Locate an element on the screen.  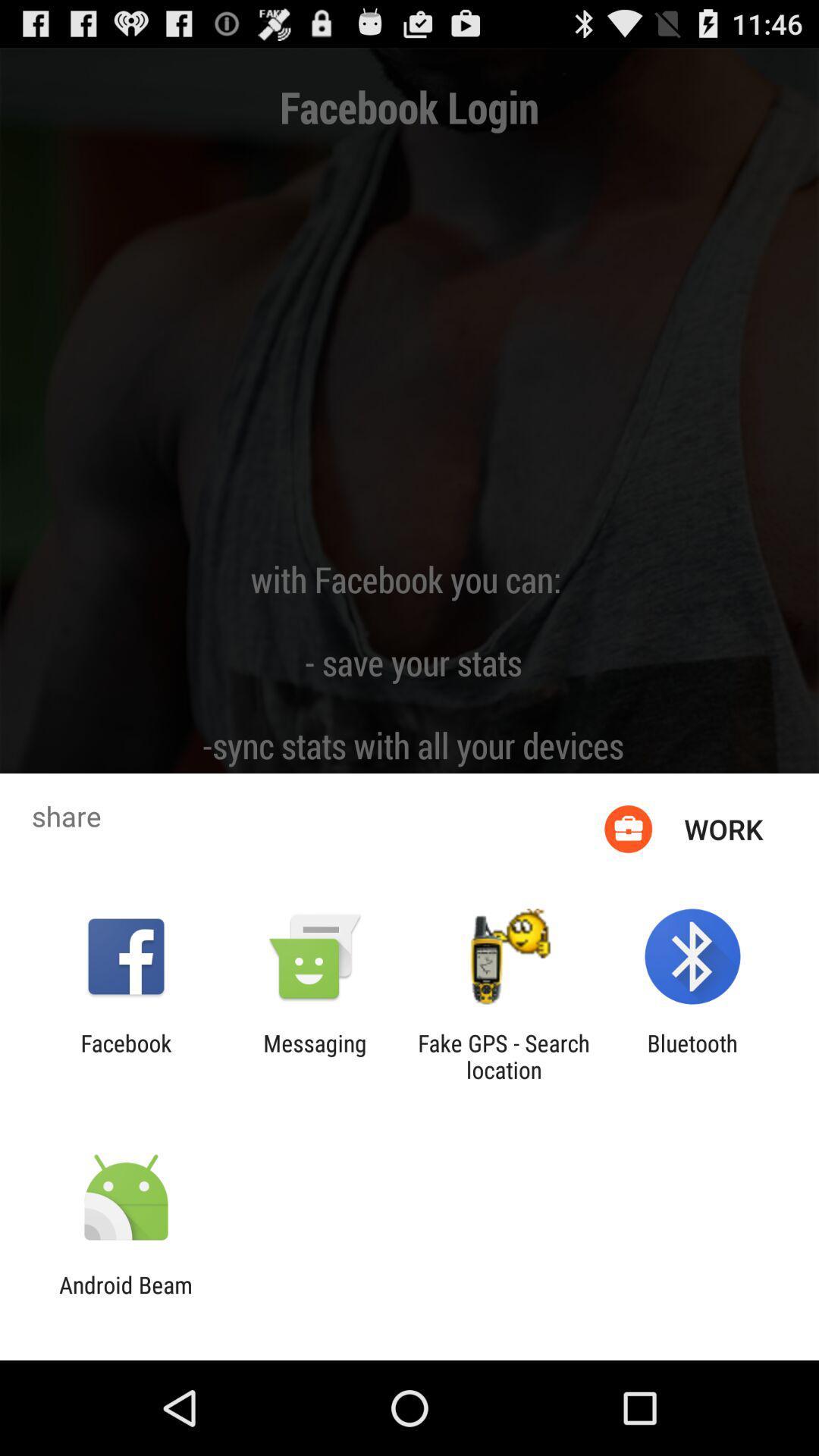
the fake gps search is located at coordinates (504, 1056).